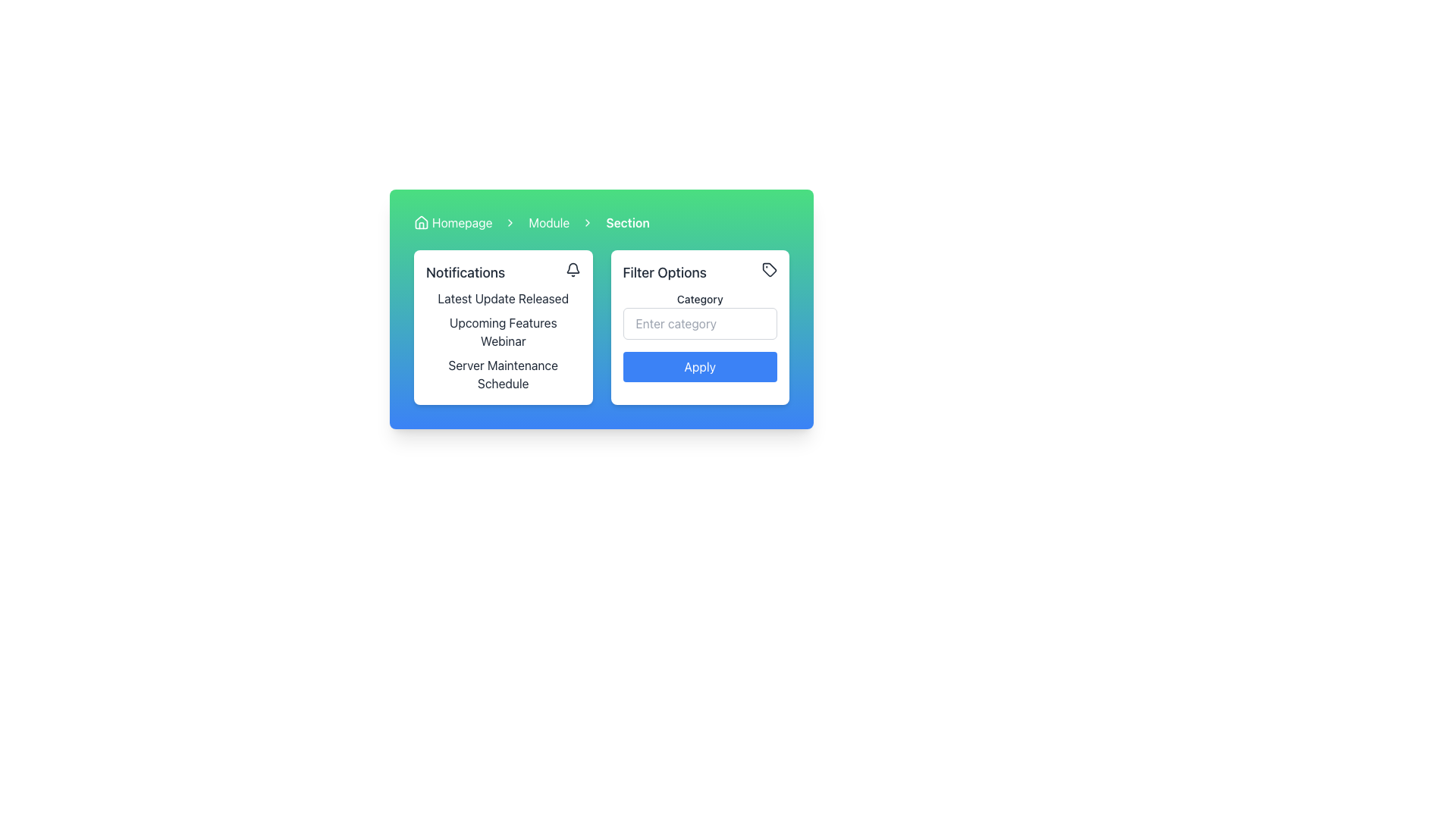 This screenshot has height=819, width=1456. I want to click on the 'Apply' button in the 'Filter Options' section to observe the color change effect on its blue background, so click(699, 366).